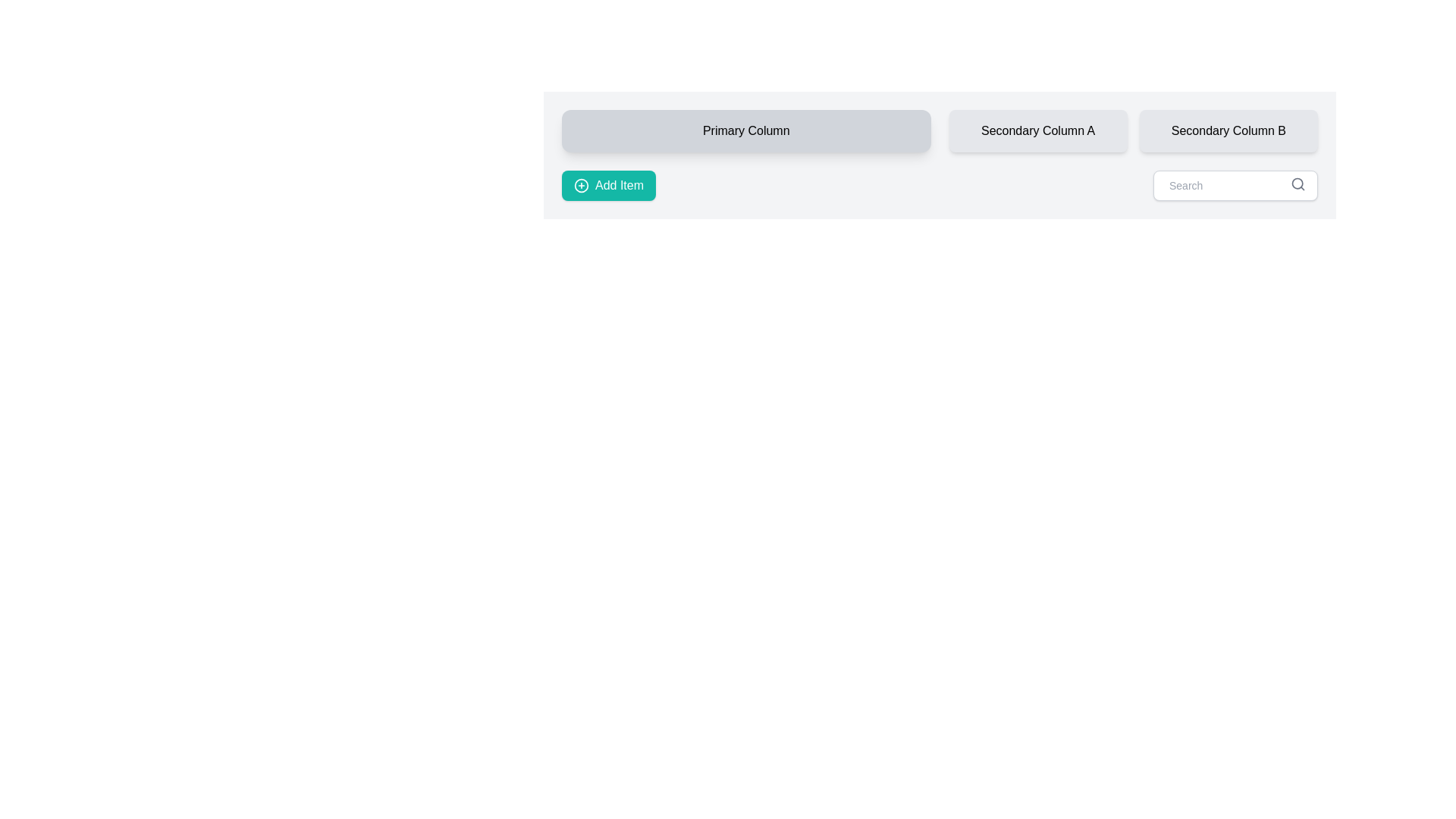 The width and height of the screenshot is (1456, 819). What do you see at coordinates (1228, 130) in the screenshot?
I see `the static label block with the text 'Secondary Column B', which is a rectangular element with a light gray background and rounded corners located in the upper-right section of the interface` at bounding box center [1228, 130].